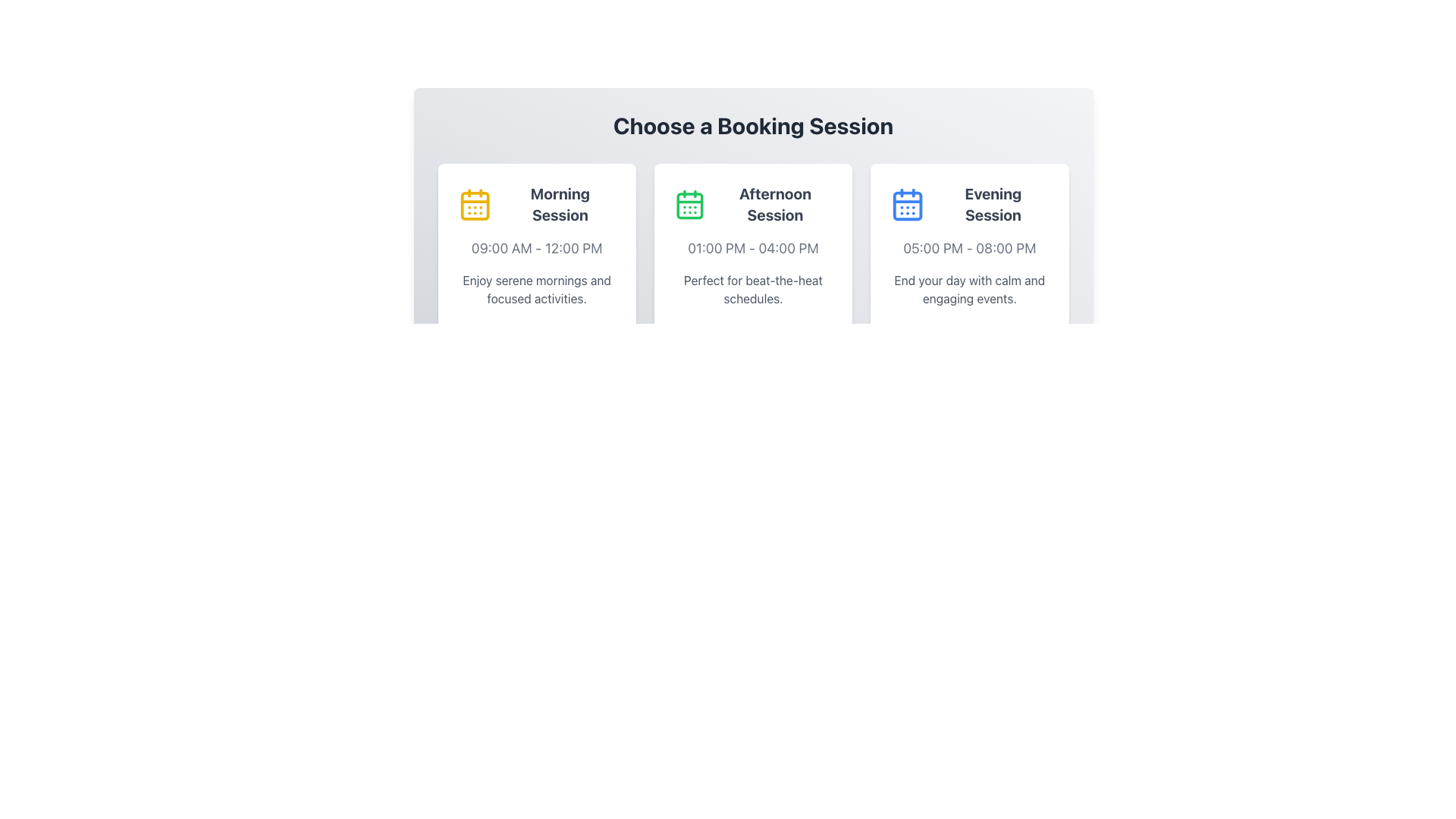  What do you see at coordinates (607, 334) in the screenshot?
I see `the decorative circular vector graphic located at the bottom-left corner of the 'Morning Session' card` at bounding box center [607, 334].